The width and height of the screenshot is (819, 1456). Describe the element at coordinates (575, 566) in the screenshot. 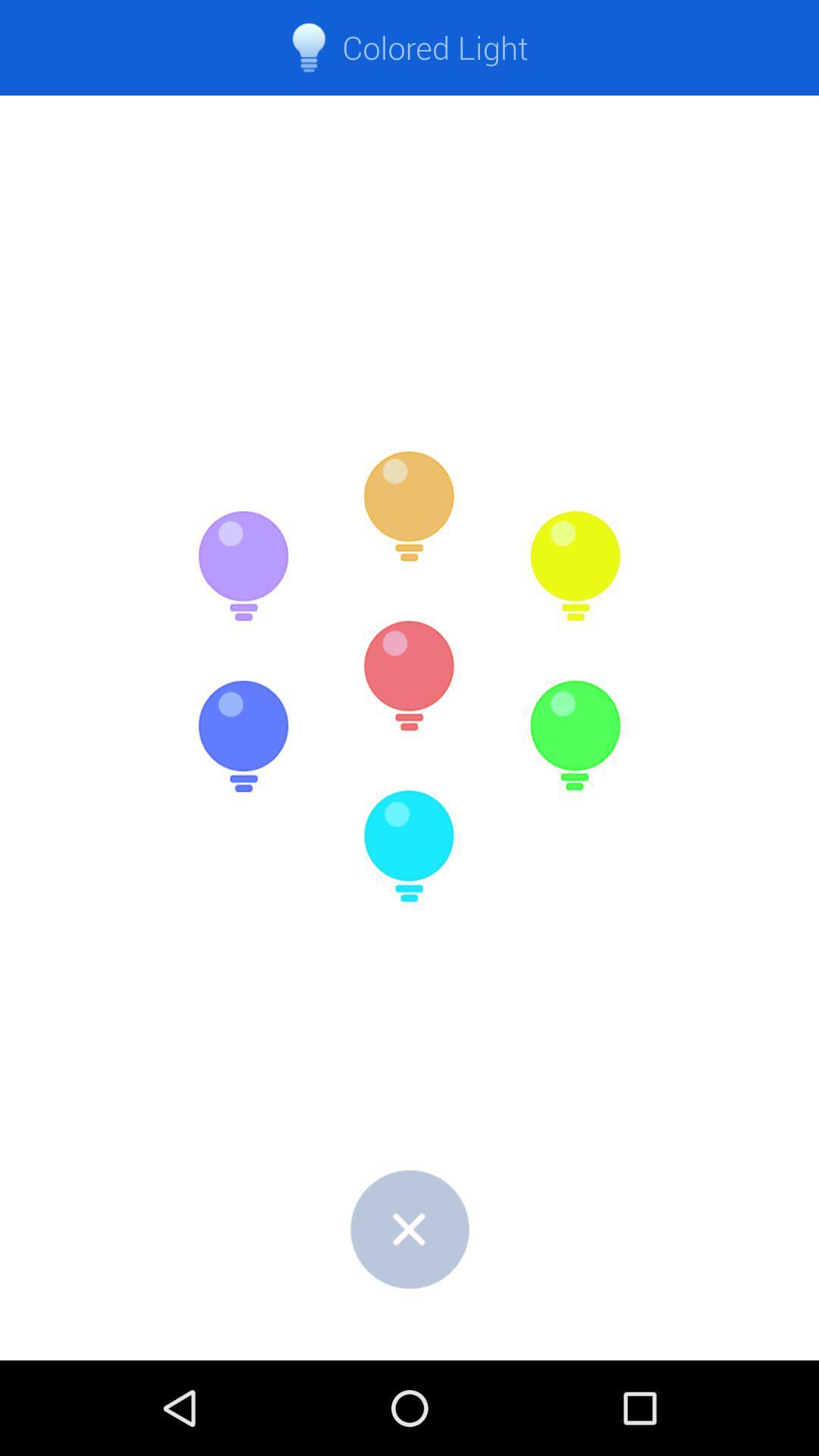

I see `yellow balloon` at that location.